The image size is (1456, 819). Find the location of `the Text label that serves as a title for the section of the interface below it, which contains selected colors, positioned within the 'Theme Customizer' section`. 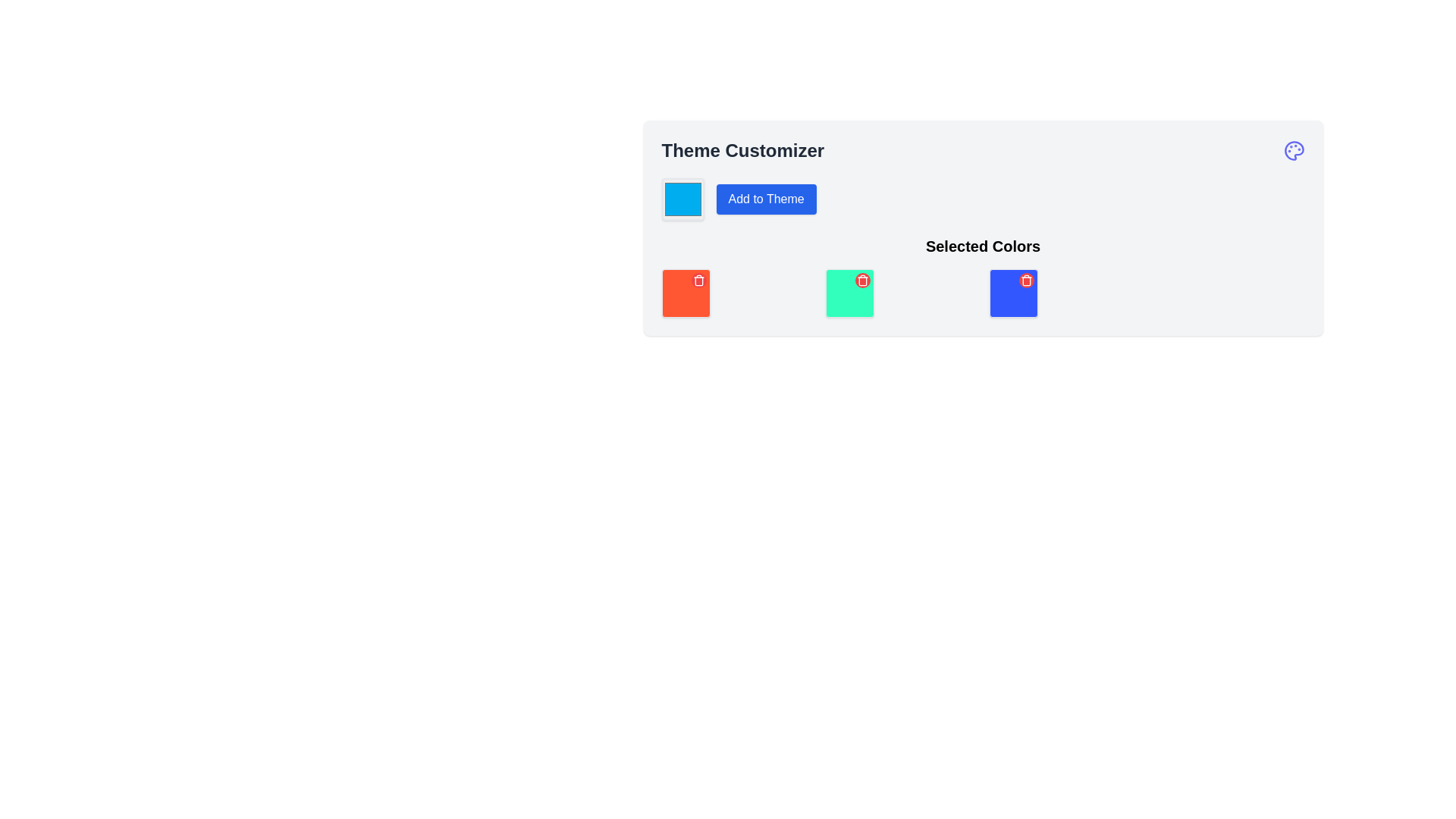

the Text label that serves as a title for the section of the interface below it, which contains selected colors, positioned within the 'Theme Customizer' section is located at coordinates (983, 277).